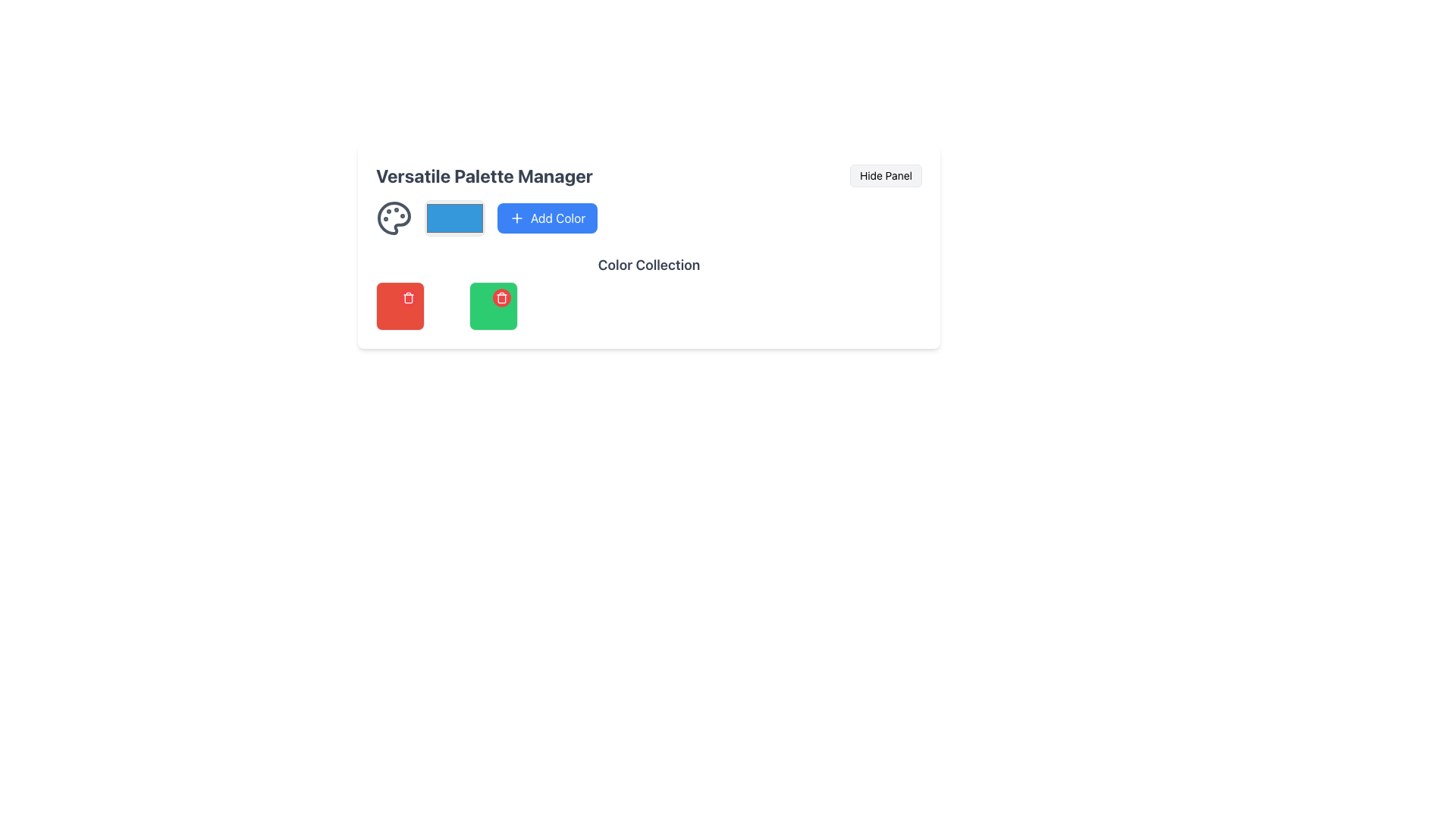  Describe the element at coordinates (493, 306) in the screenshot. I see `the red trash icon located at the top-right corner of the green color item in the second row, second column of the grid layout` at that location.